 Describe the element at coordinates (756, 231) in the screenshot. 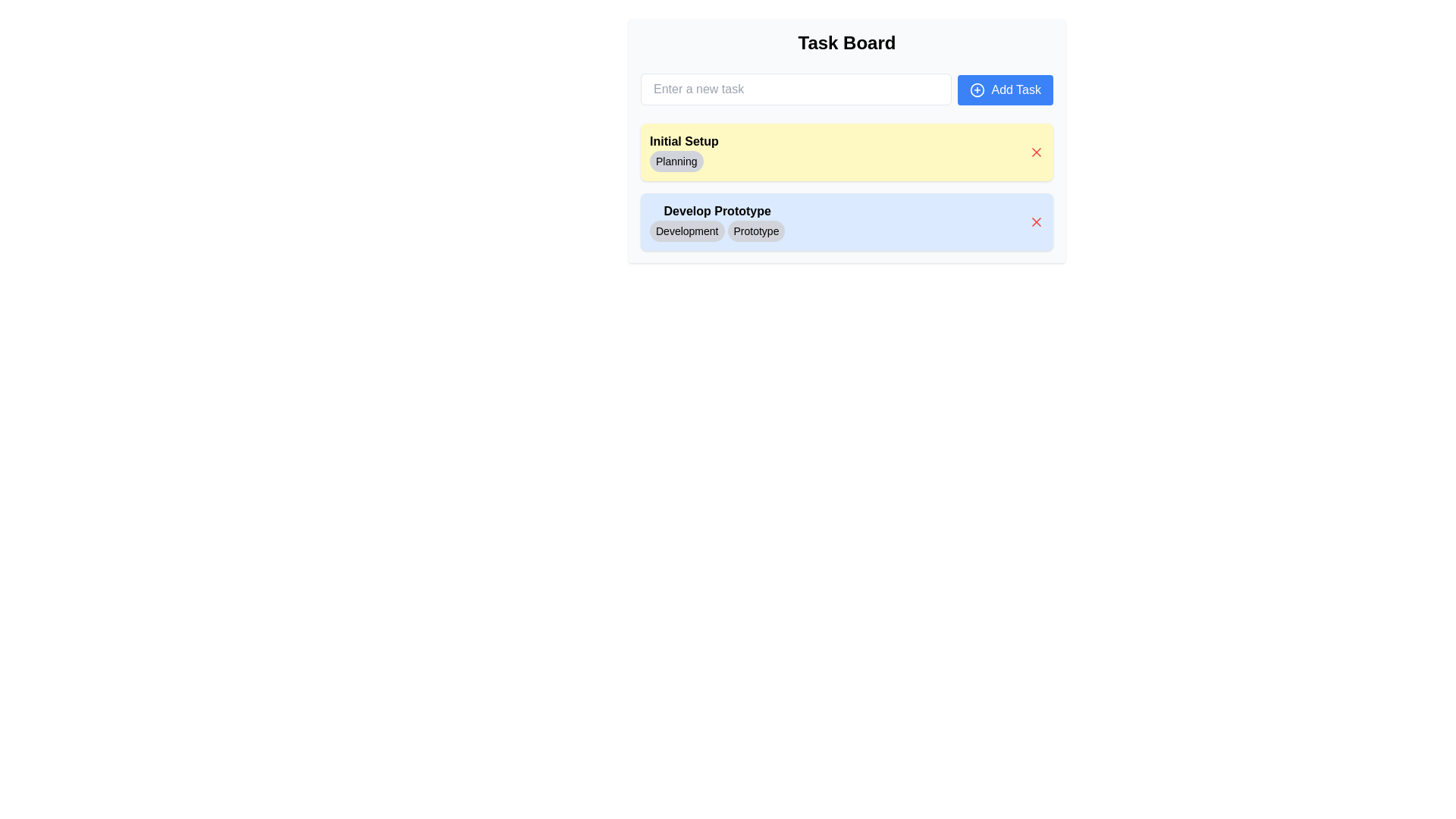

I see `pill-shaped badge labeled 'Prototype' with a light gray background and black text, located in the 'Develop Prototype' section of the task board` at that location.